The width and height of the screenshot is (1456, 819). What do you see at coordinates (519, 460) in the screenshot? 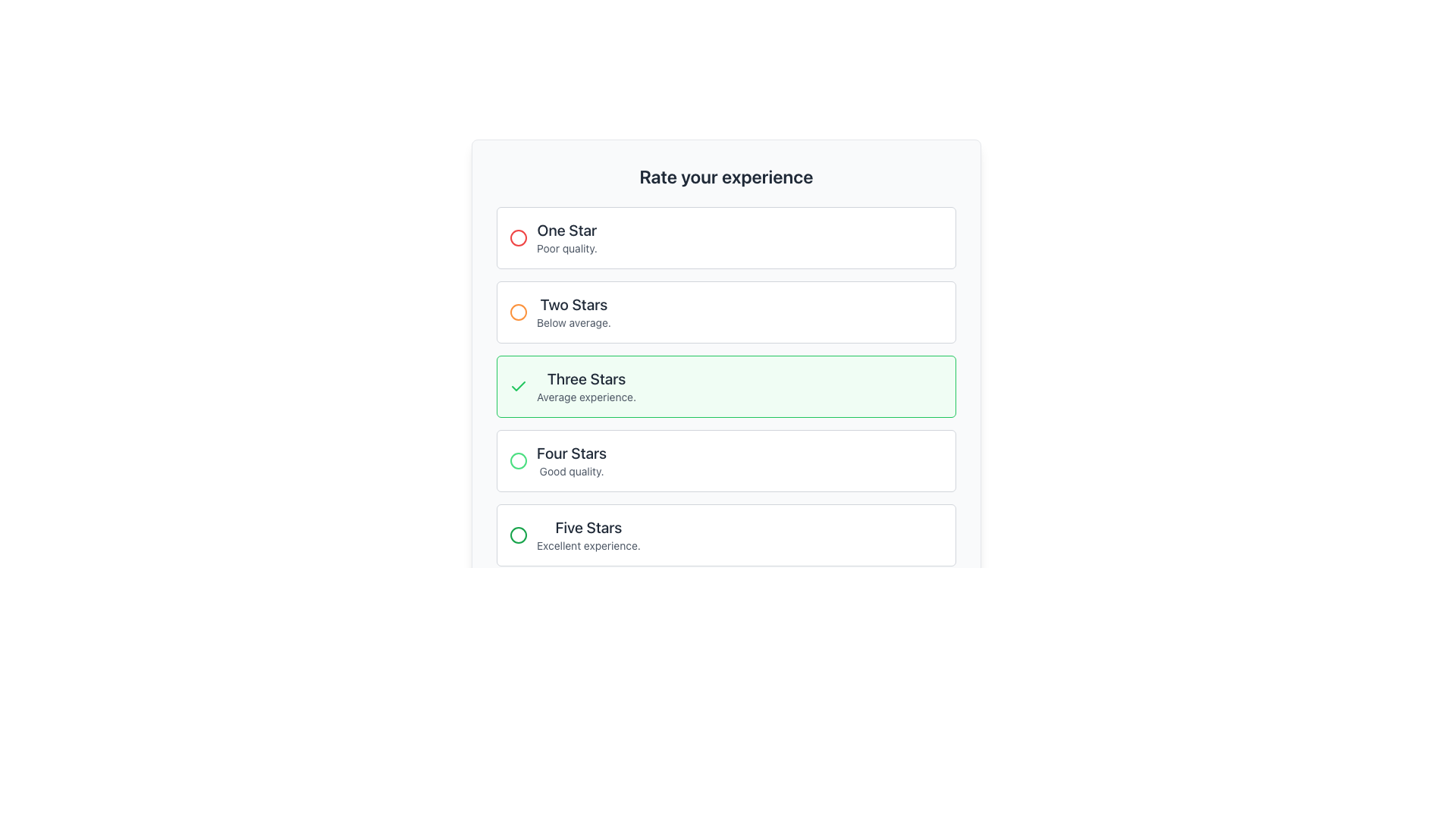
I see `the visual feedback of the circular element with a green border located at the 'Four Stars' rating option, centered in the checkbox area` at bounding box center [519, 460].